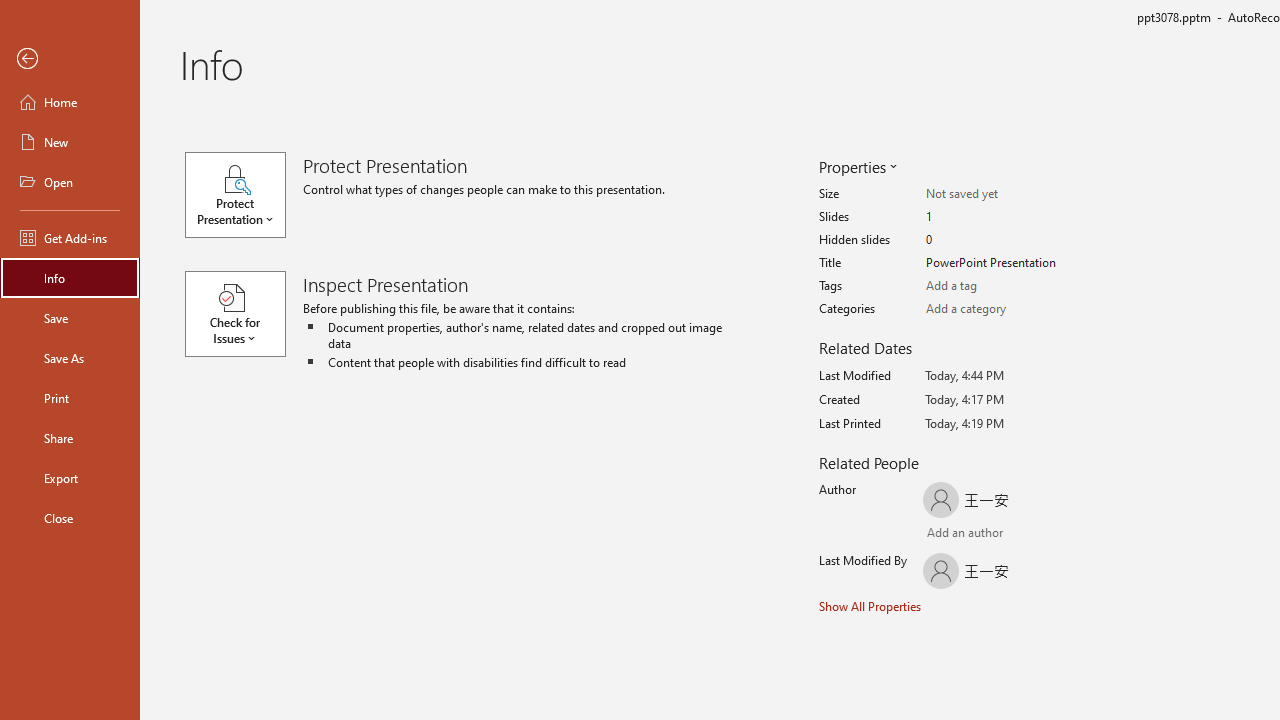 This screenshot has width=1280, height=720. What do you see at coordinates (69, 478) in the screenshot?
I see `'Export'` at bounding box center [69, 478].